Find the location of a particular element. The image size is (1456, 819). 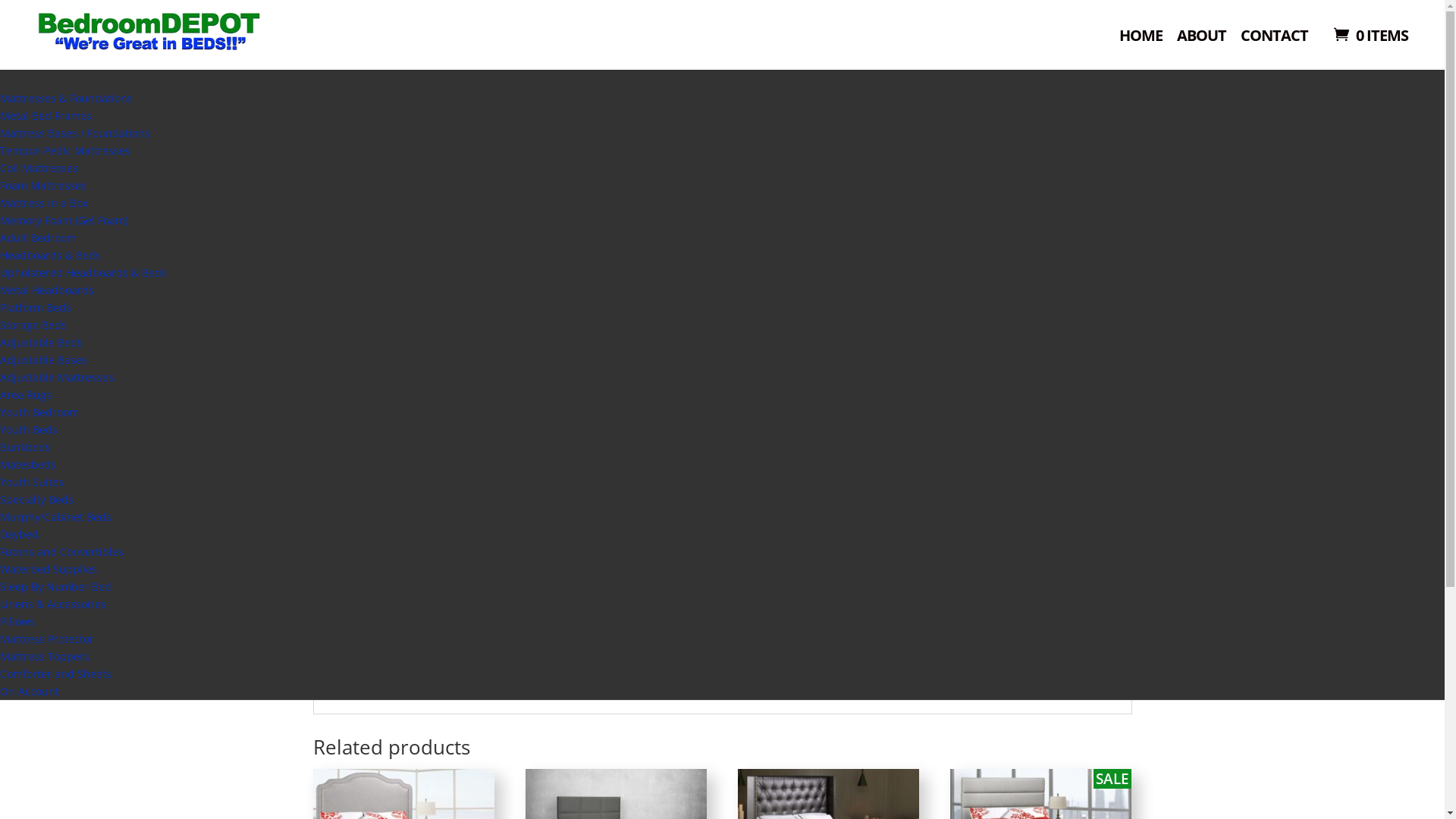

'Daybed' is located at coordinates (19, 533).